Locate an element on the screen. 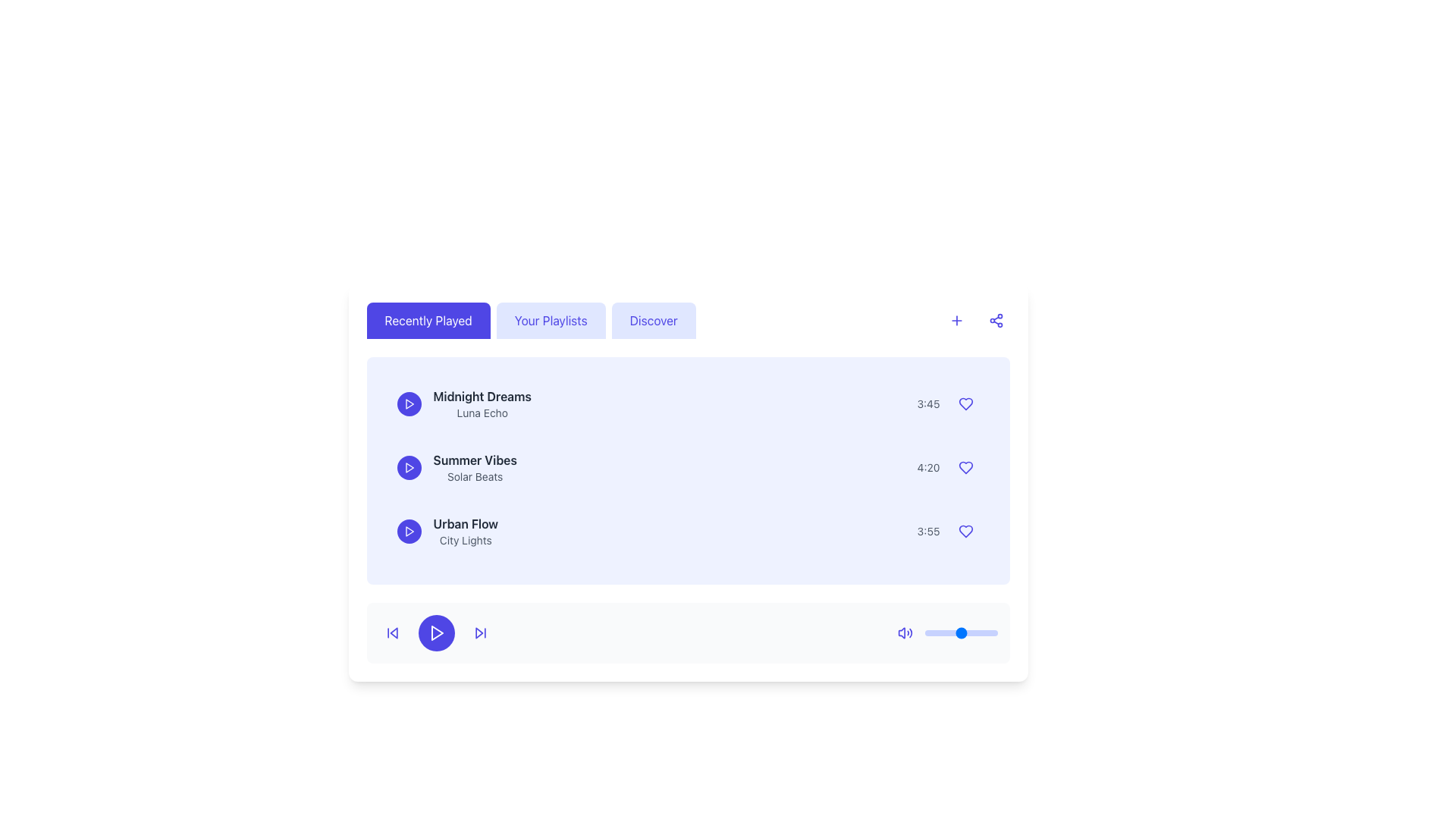 This screenshot has width=1456, height=819. the circular blue button with a white triangular play icon located centrally among playback controls is located at coordinates (435, 632).